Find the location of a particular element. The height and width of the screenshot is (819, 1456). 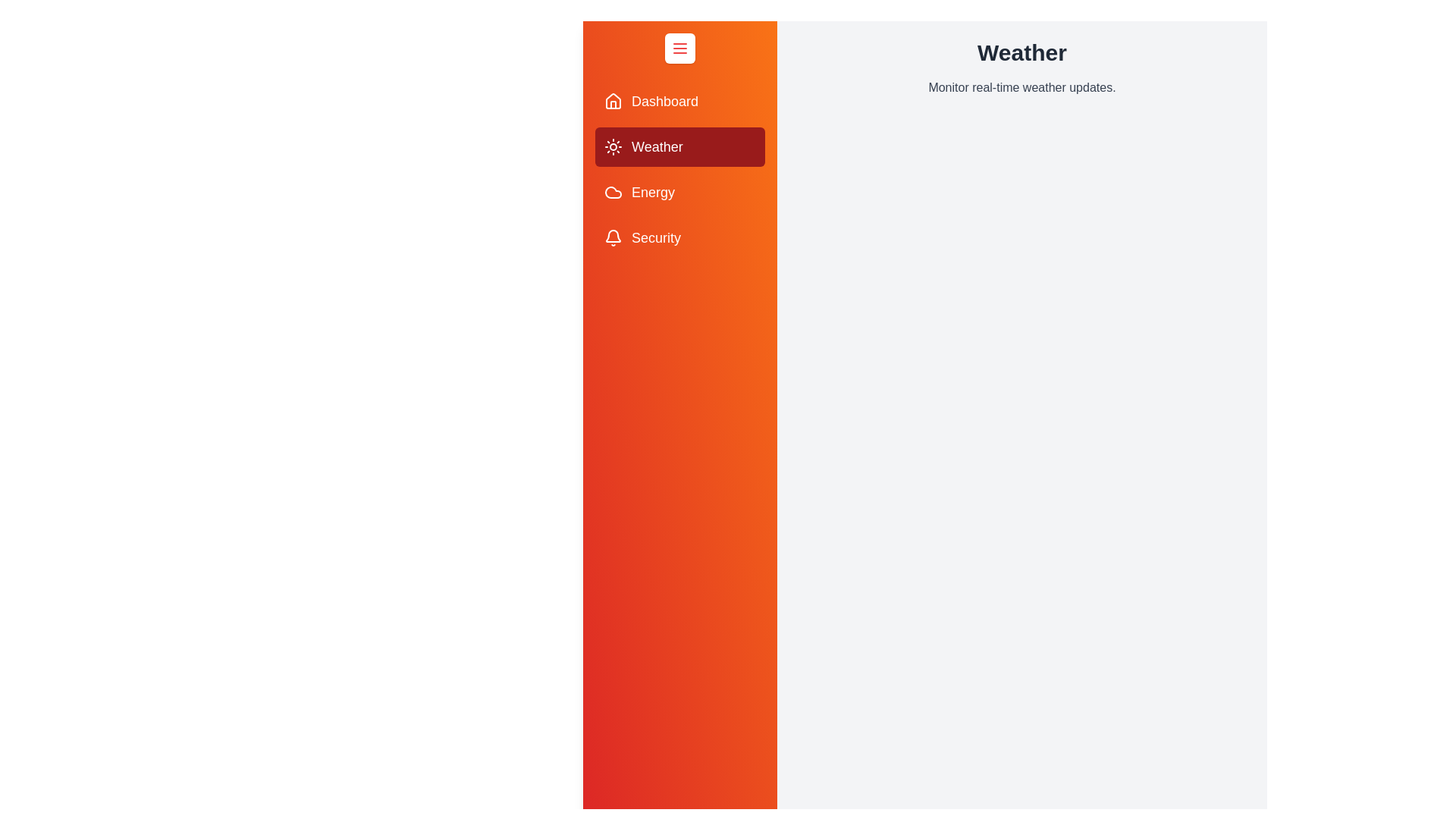

the menu item labeled 'Dashboard' to observe its hover effect is located at coordinates (679, 102).